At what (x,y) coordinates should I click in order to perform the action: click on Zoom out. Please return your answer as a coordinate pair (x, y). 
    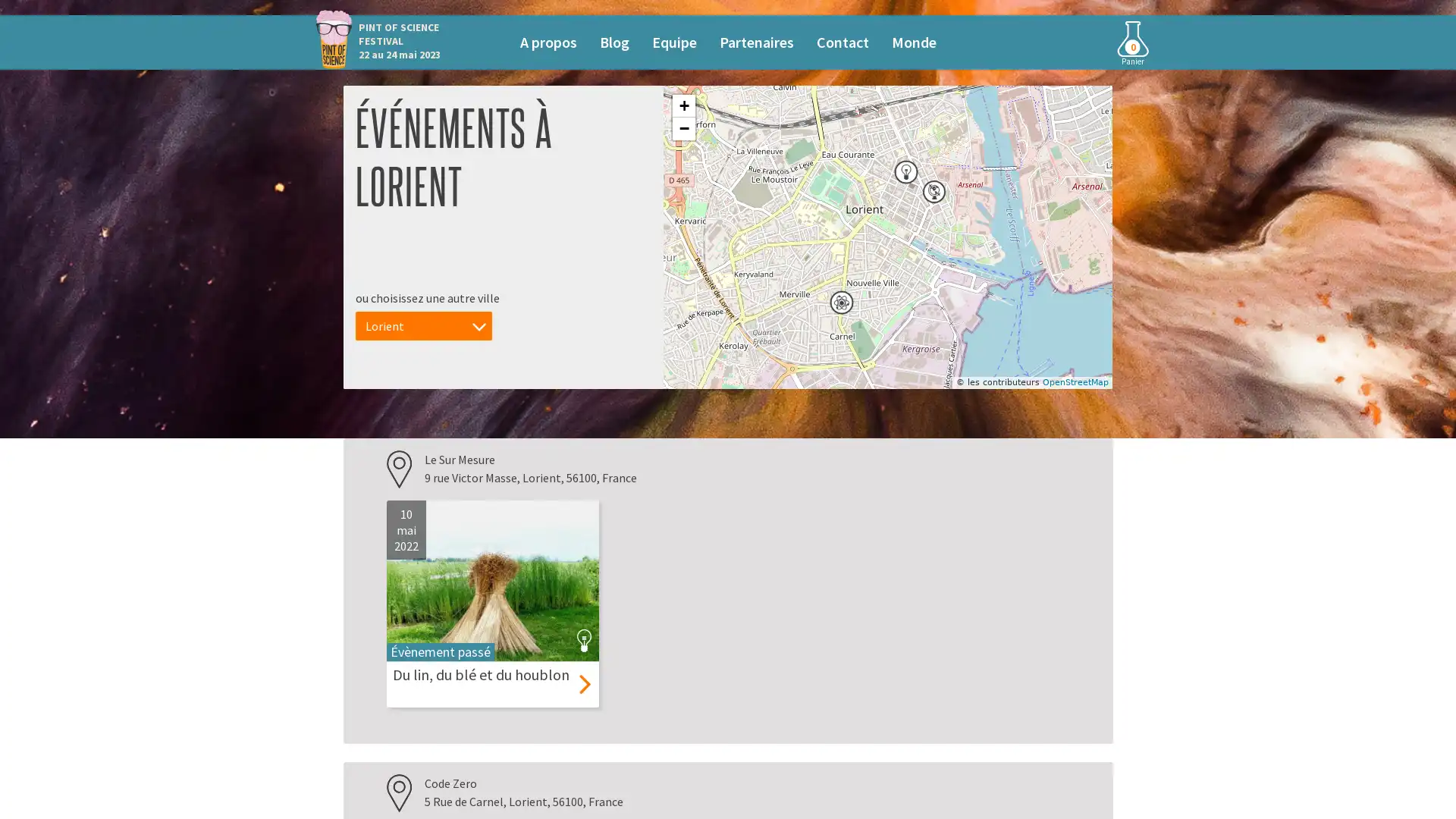
    Looking at the image, I should click on (683, 127).